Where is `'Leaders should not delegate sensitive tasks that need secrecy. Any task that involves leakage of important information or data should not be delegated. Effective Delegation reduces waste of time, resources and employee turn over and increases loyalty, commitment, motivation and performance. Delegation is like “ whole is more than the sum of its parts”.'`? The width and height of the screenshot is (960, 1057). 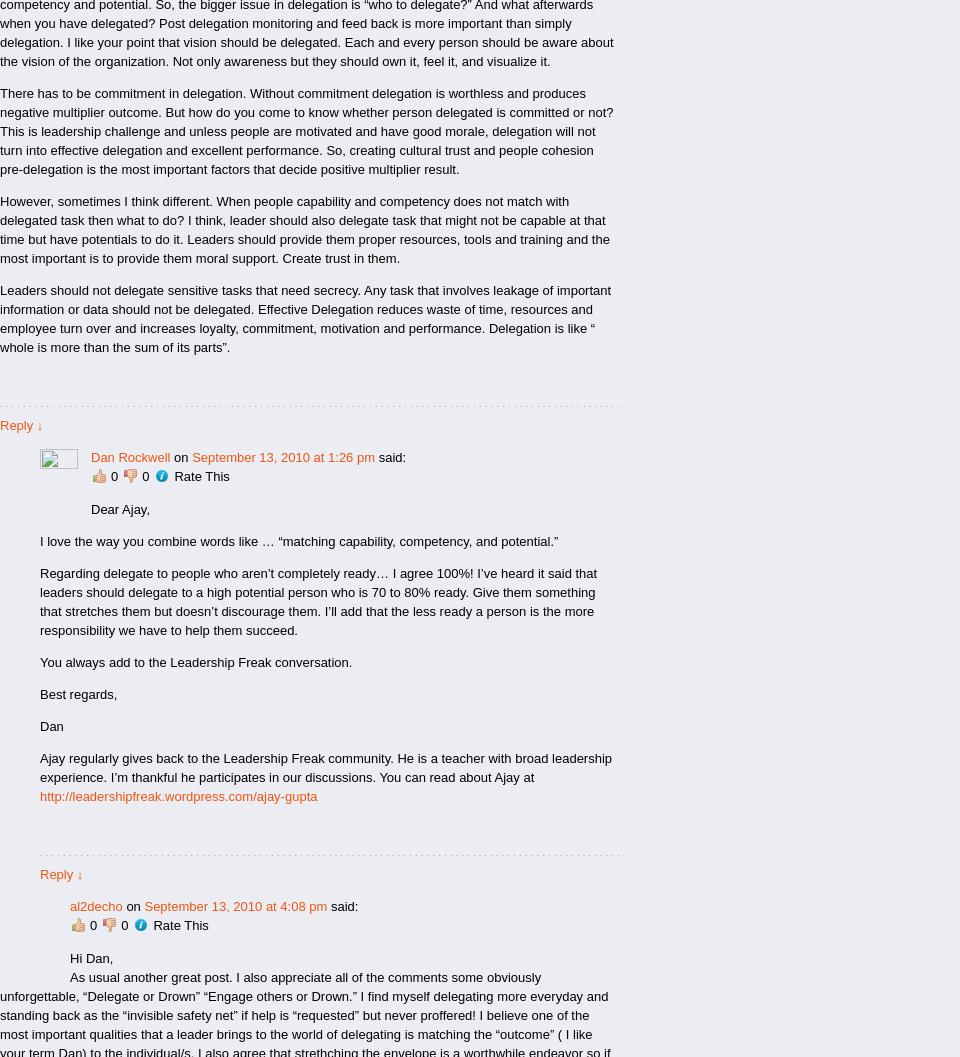
'Leaders should not delegate sensitive tasks that need secrecy. Any task that involves leakage of important information or data should not be delegated. Effective Delegation reduces waste of time, resources and employee turn over and increases loyalty, commitment, motivation and performance. Delegation is like “ whole is more than the sum of its parts”.' is located at coordinates (0, 319).